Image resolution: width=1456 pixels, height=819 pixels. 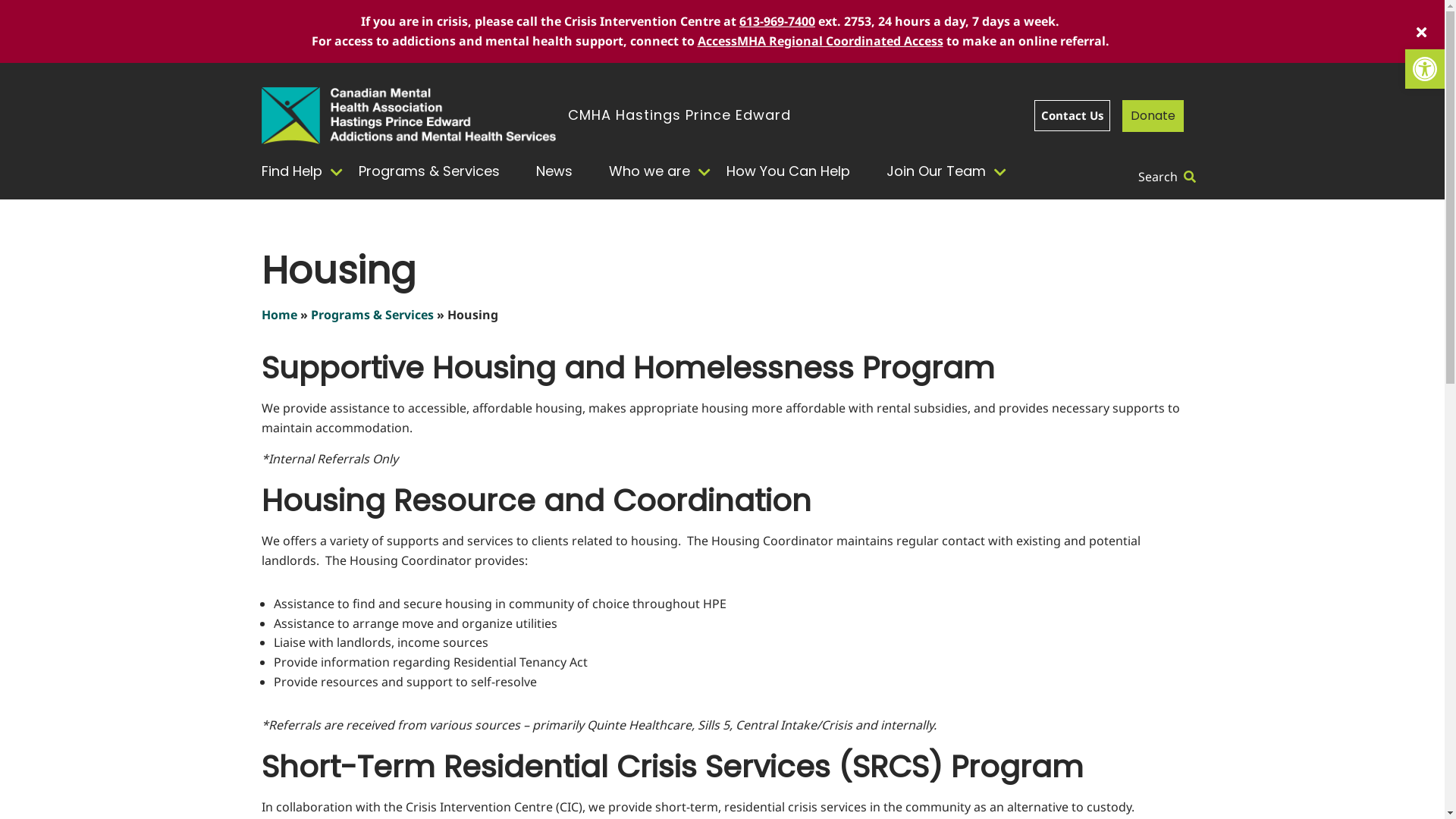 What do you see at coordinates (1153, 115) in the screenshot?
I see `'Donate'` at bounding box center [1153, 115].